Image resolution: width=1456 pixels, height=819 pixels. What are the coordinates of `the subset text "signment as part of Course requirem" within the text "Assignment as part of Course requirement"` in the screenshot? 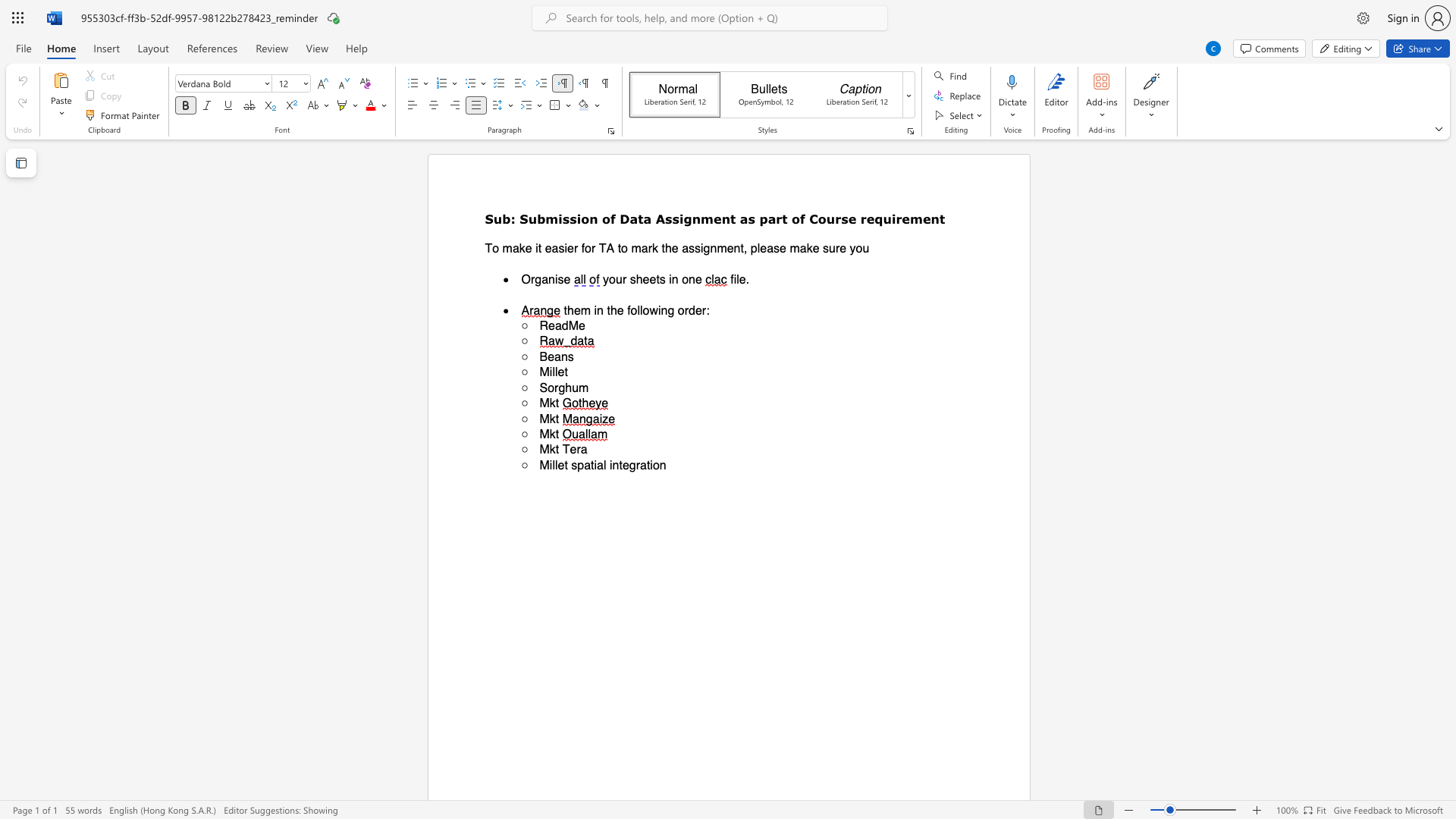 It's located at (671, 218).